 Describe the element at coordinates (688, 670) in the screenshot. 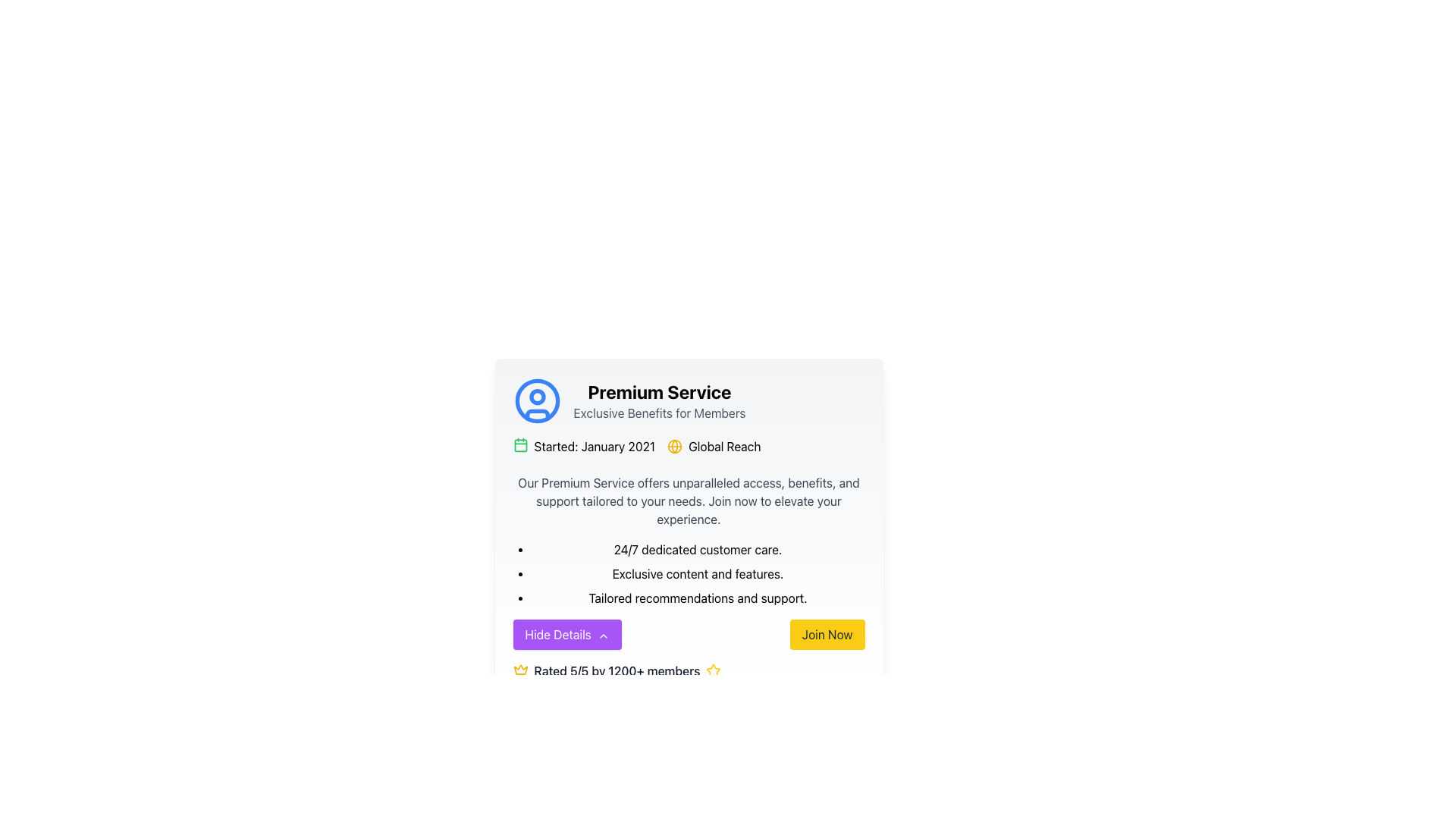

I see `testimonial or rating indicator located at the bottom of the premium membership details card, beneath the 'Hide Details' and 'Join Now' buttons` at that location.